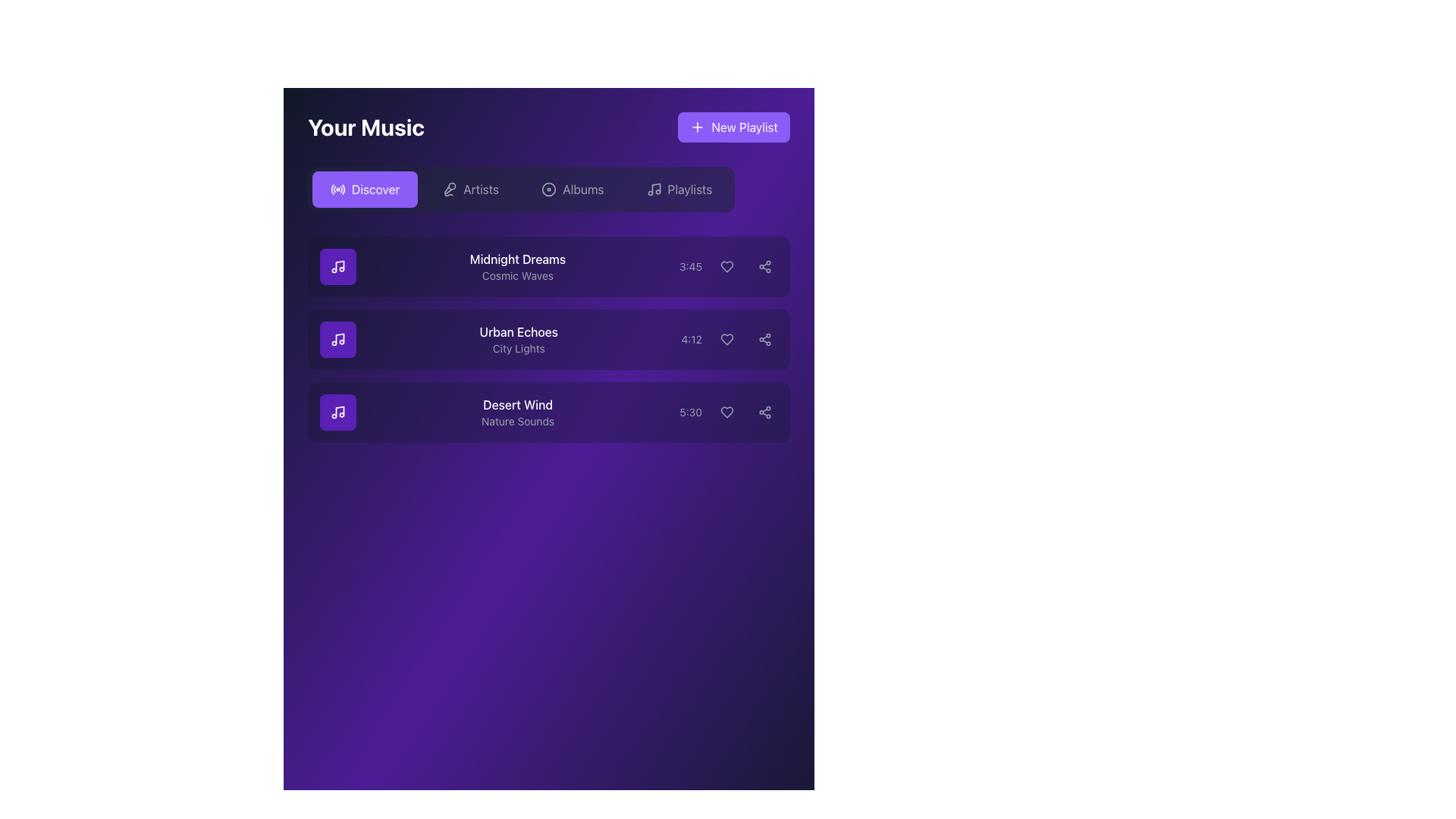 The height and width of the screenshot is (819, 1456). I want to click on the circular icon resembling radio waves, which has a white outline on a purple background, located within the 'Discover' button, so click(337, 189).